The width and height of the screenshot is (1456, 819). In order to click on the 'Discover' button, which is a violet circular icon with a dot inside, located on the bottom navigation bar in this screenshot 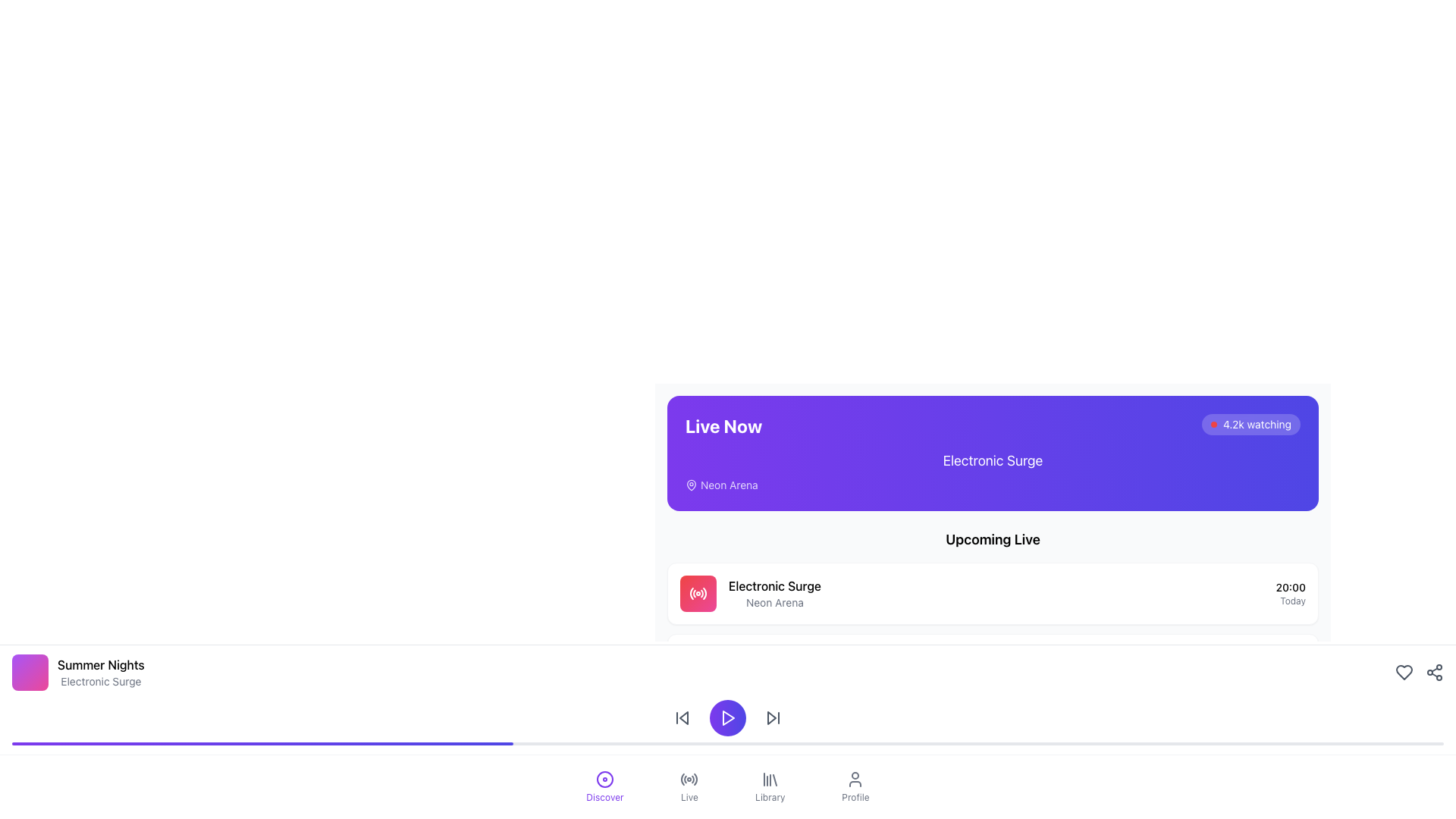, I will do `click(604, 786)`.